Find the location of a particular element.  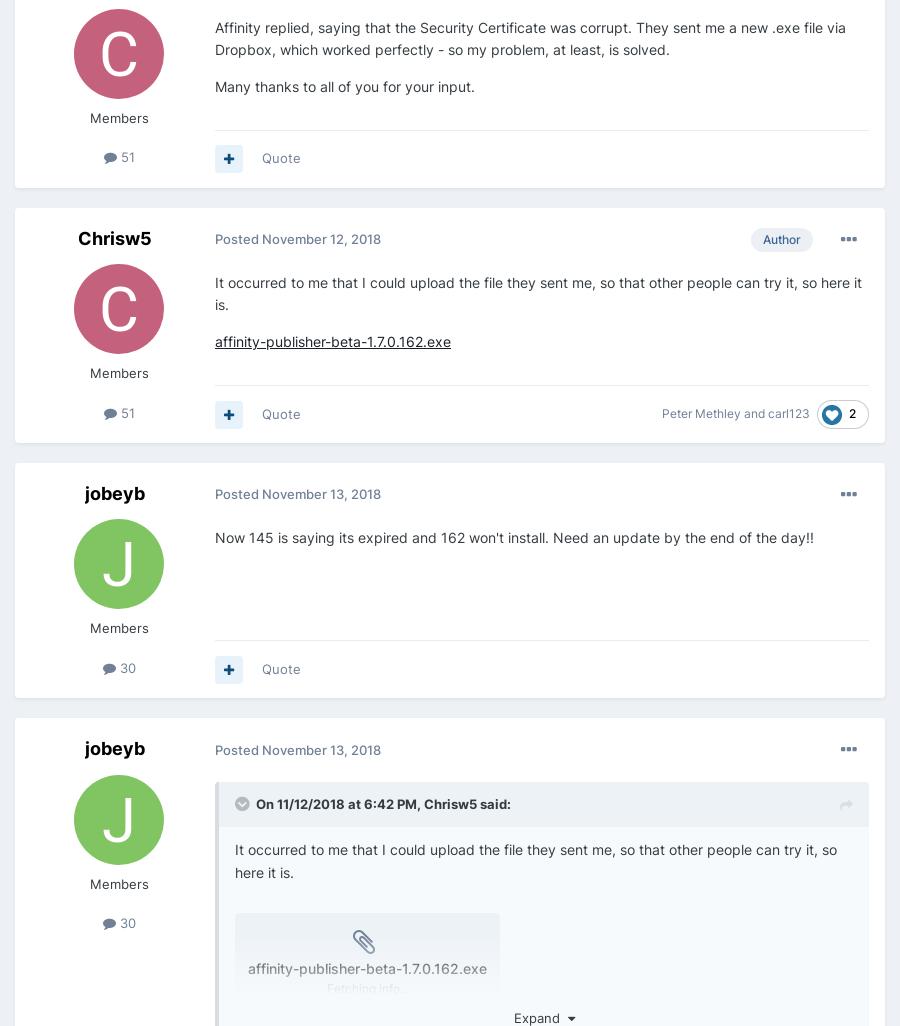

'Now 145 is saying its expired and 162 won't install. Need an update by the end of the day!!' is located at coordinates (513, 537).